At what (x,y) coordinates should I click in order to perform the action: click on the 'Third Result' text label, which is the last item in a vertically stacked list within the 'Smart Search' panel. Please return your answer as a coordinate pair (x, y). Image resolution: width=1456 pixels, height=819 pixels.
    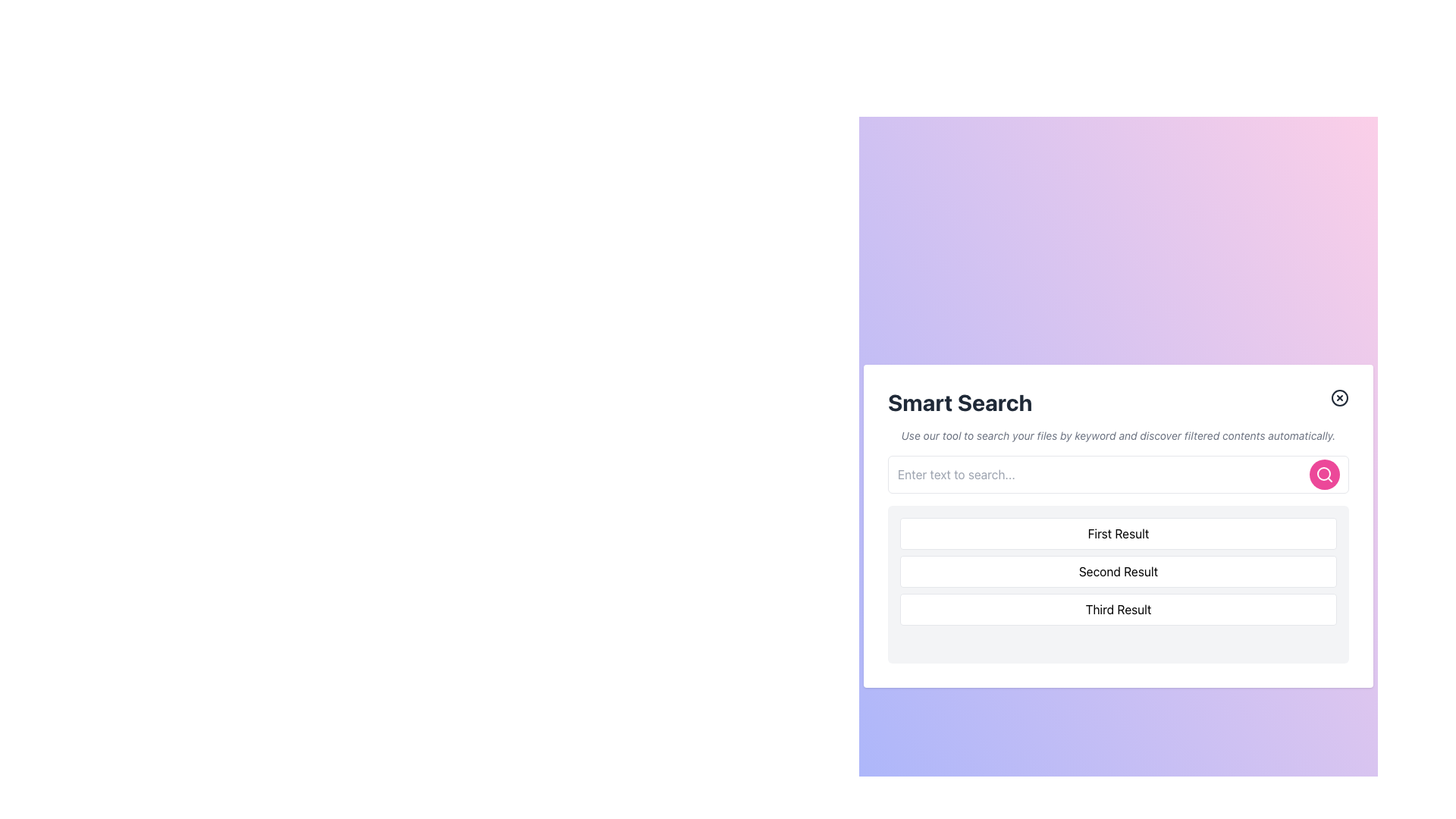
    Looking at the image, I should click on (1118, 608).